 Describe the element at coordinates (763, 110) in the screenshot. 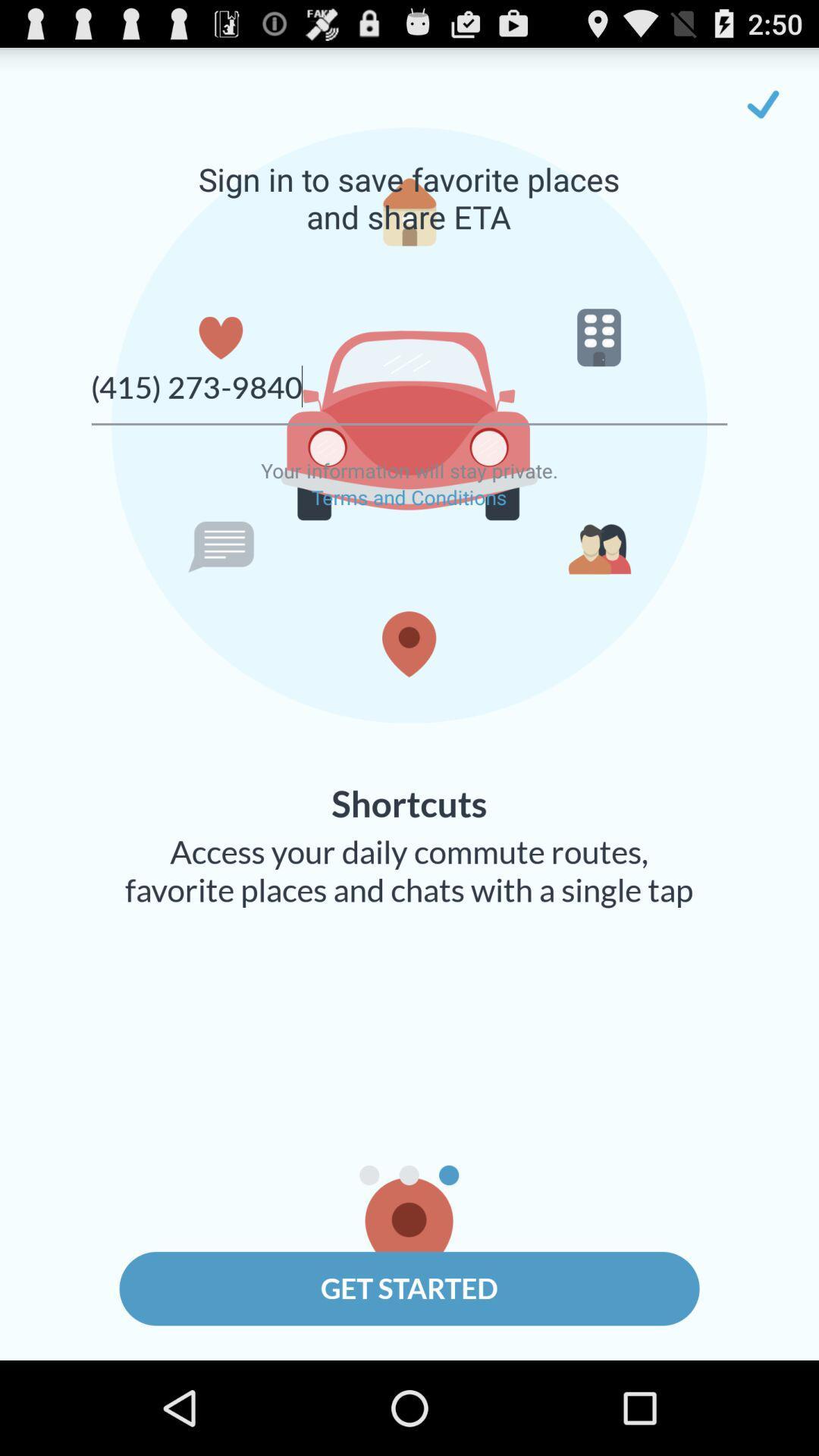

I see `the check icon` at that location.